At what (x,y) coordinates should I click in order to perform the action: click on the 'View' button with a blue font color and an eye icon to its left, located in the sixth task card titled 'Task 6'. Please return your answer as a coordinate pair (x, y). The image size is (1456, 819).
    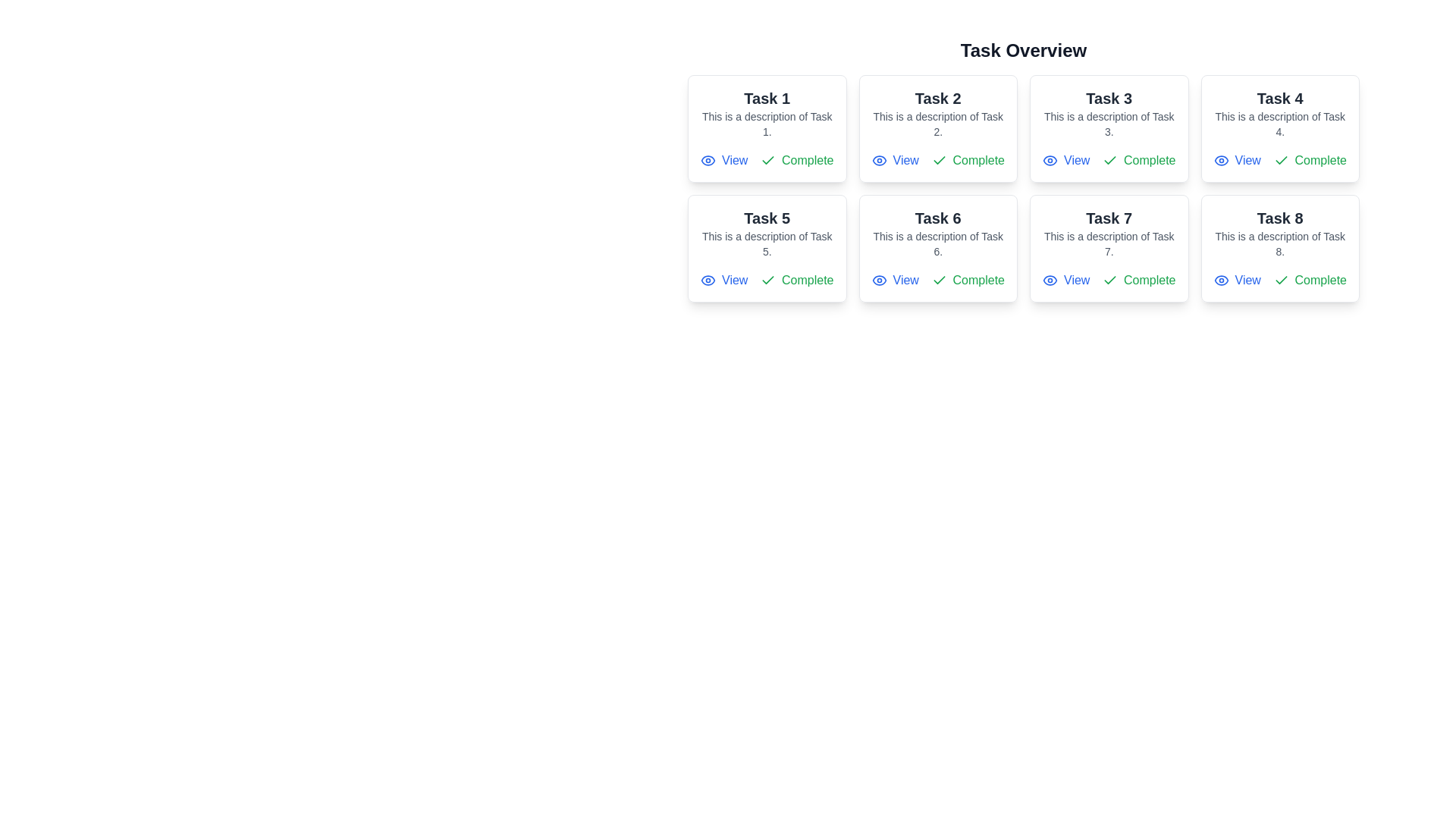
    Looking at the image, I should click on (895, 281).